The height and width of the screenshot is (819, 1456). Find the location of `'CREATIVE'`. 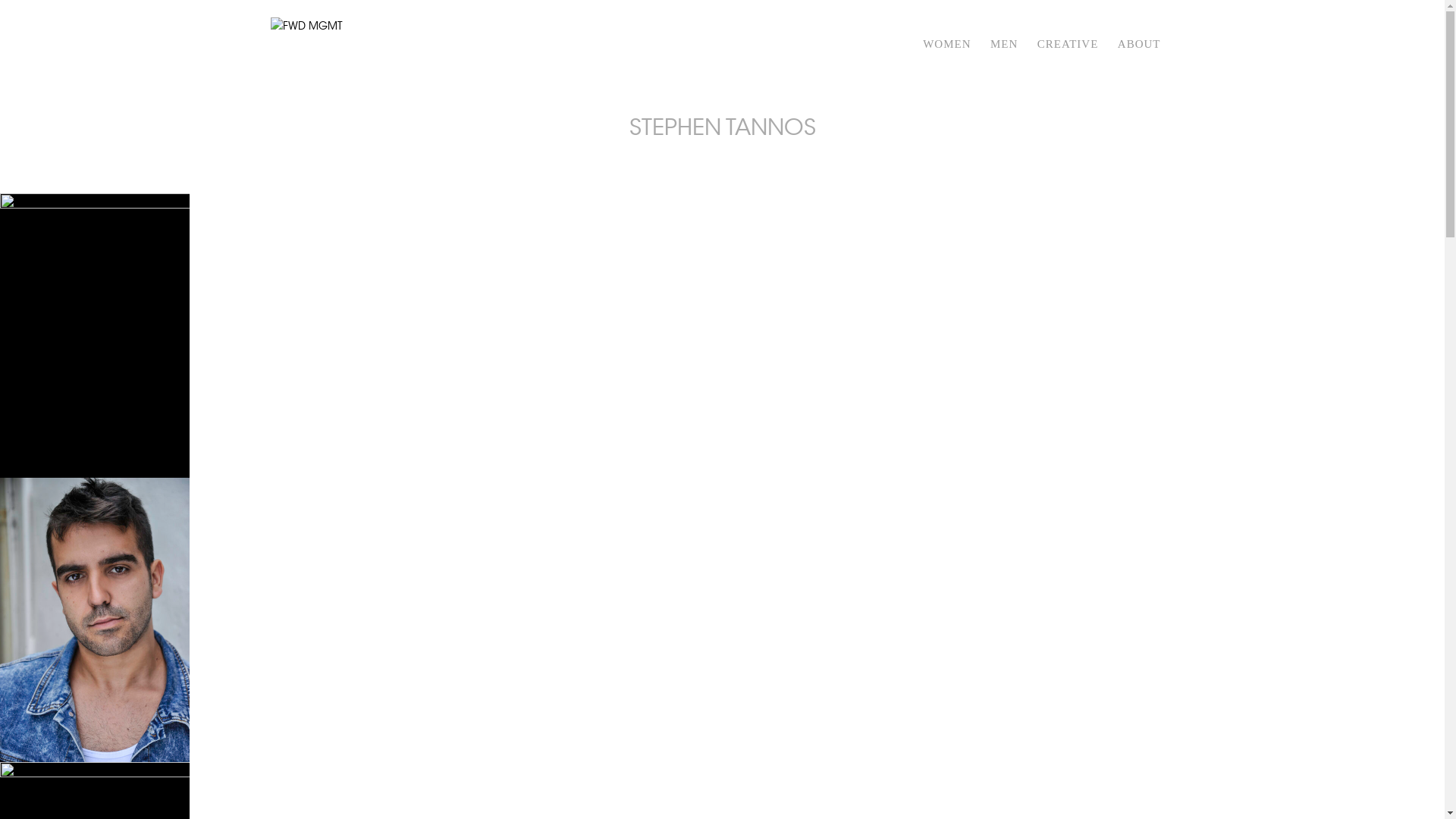

'CREATIVE' is located at coordinates (1067, 62).